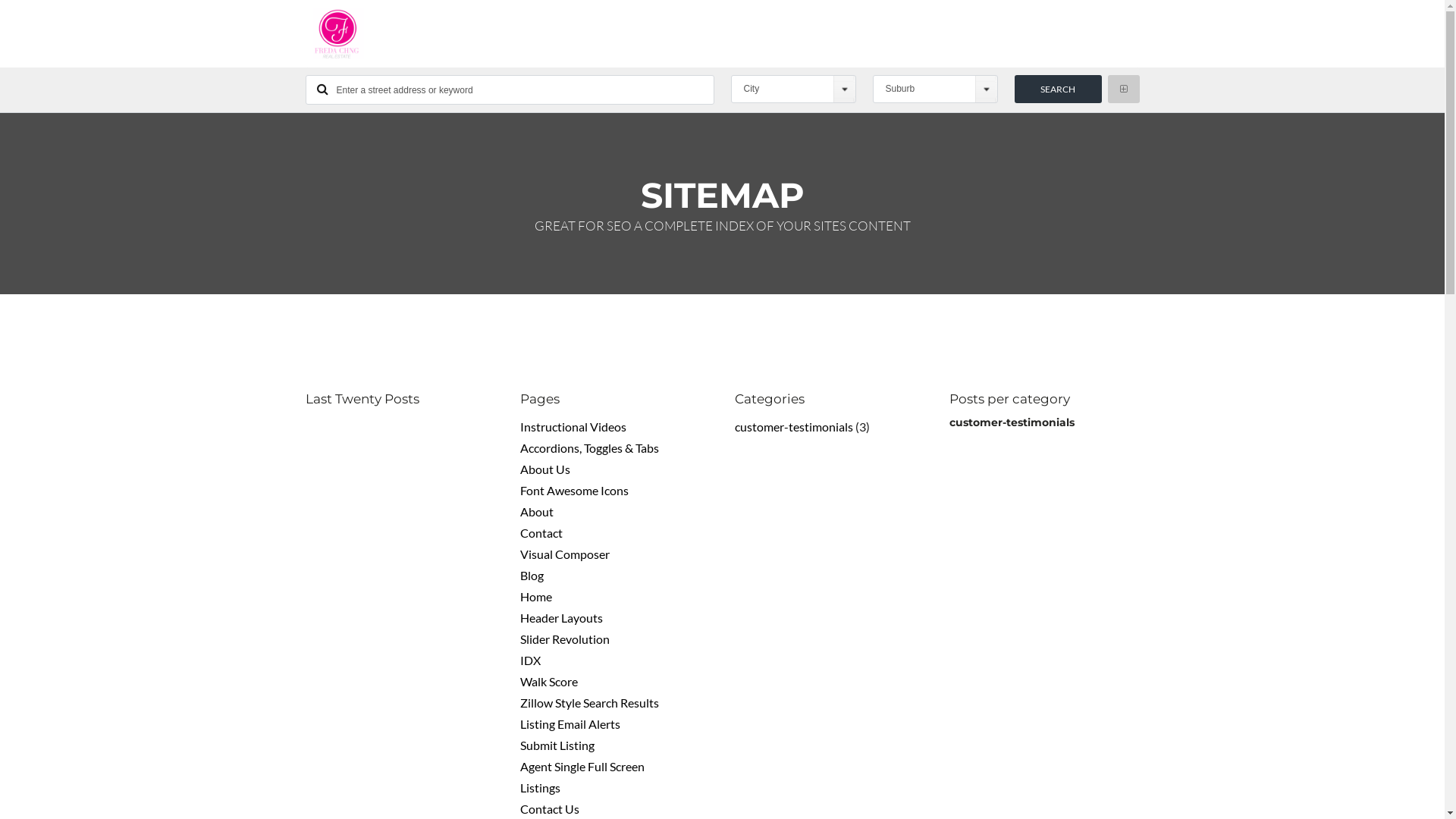  Describe the element at coordinates (548, 808) in the screenshot. I see `'Contact Us'` at that location.